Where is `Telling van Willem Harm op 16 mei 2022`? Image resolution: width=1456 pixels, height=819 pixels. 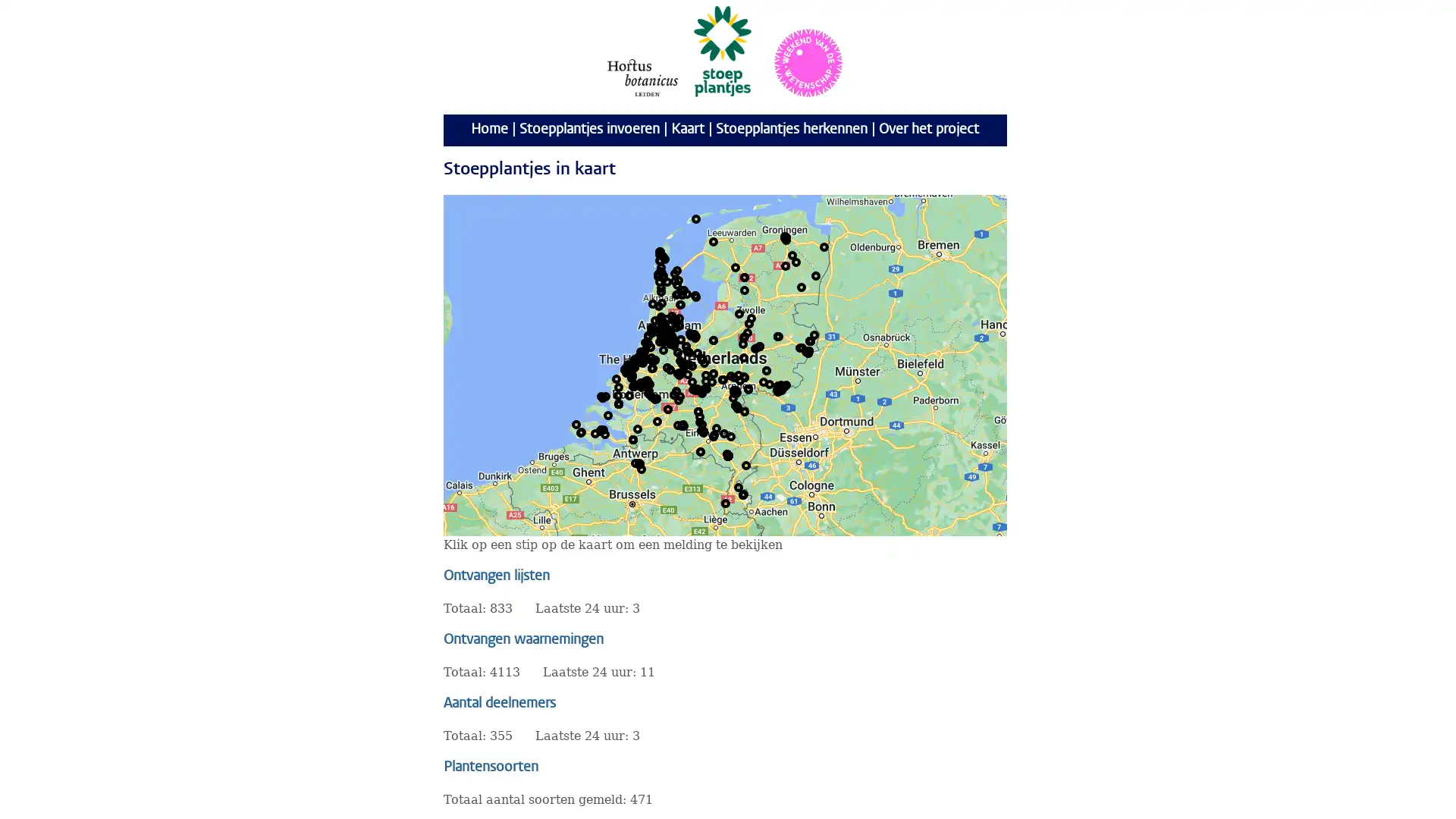 Telling van Willem Harm op 16 mei 2022 is located at coordinates (648, 382).